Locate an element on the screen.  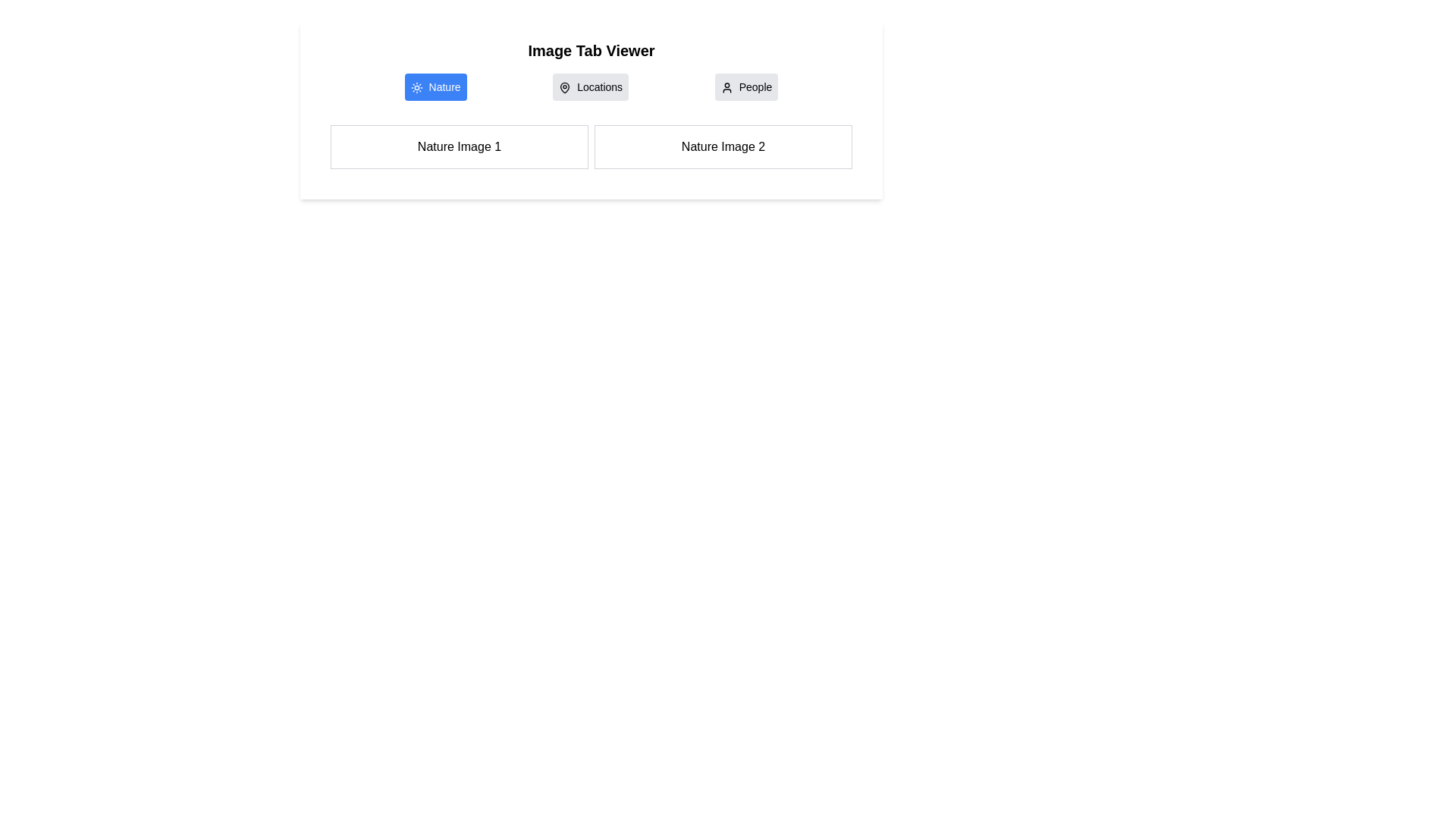
the 'Locations' button, which is the second button in a horizontal group of three buttons with a light gray background and a map pin icon is located at coordinates (589, 87).